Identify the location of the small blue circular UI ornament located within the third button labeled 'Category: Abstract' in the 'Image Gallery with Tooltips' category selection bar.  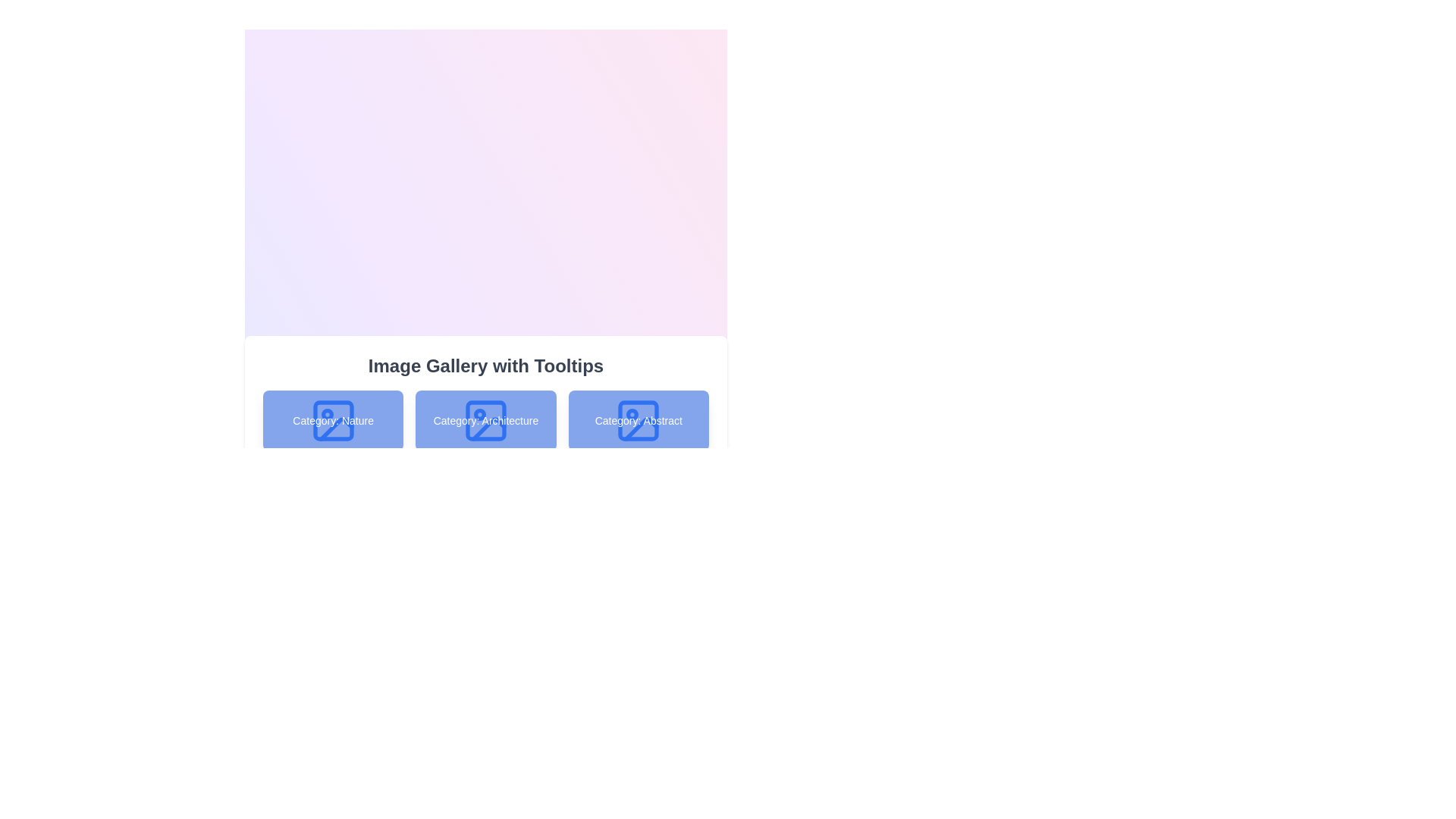
(632, 415).